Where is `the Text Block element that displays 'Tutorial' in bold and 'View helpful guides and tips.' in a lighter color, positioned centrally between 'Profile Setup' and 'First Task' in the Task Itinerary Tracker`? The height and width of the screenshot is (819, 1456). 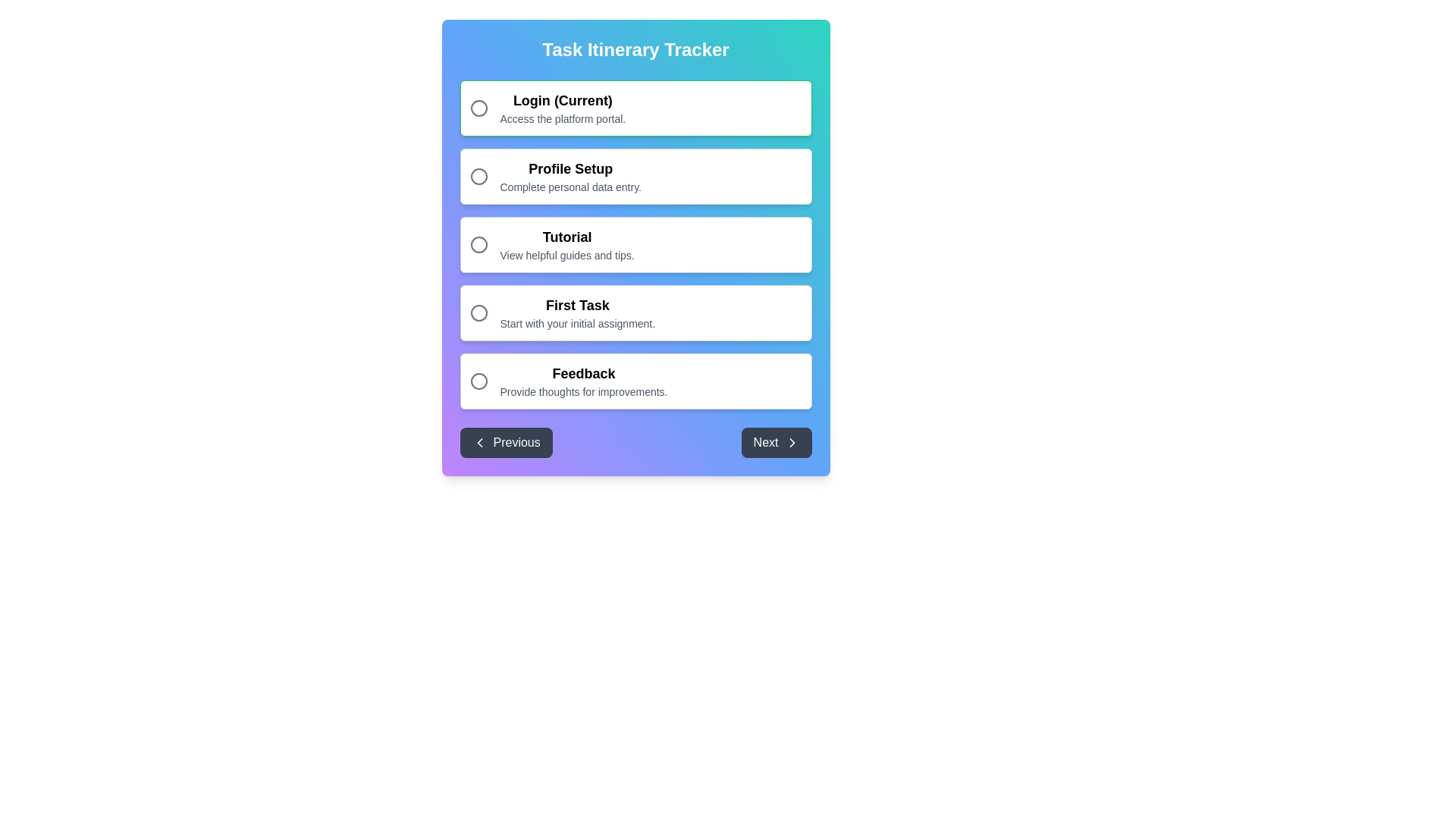
the Text Block element that displays 'Tutorial' in bold and 'View helpful guides and tips.' in a lighter color, positioned centrally between 'Profile Setup' and 'First Task' in the Task Itinerary Tracker is located at coordinates (566, 244).